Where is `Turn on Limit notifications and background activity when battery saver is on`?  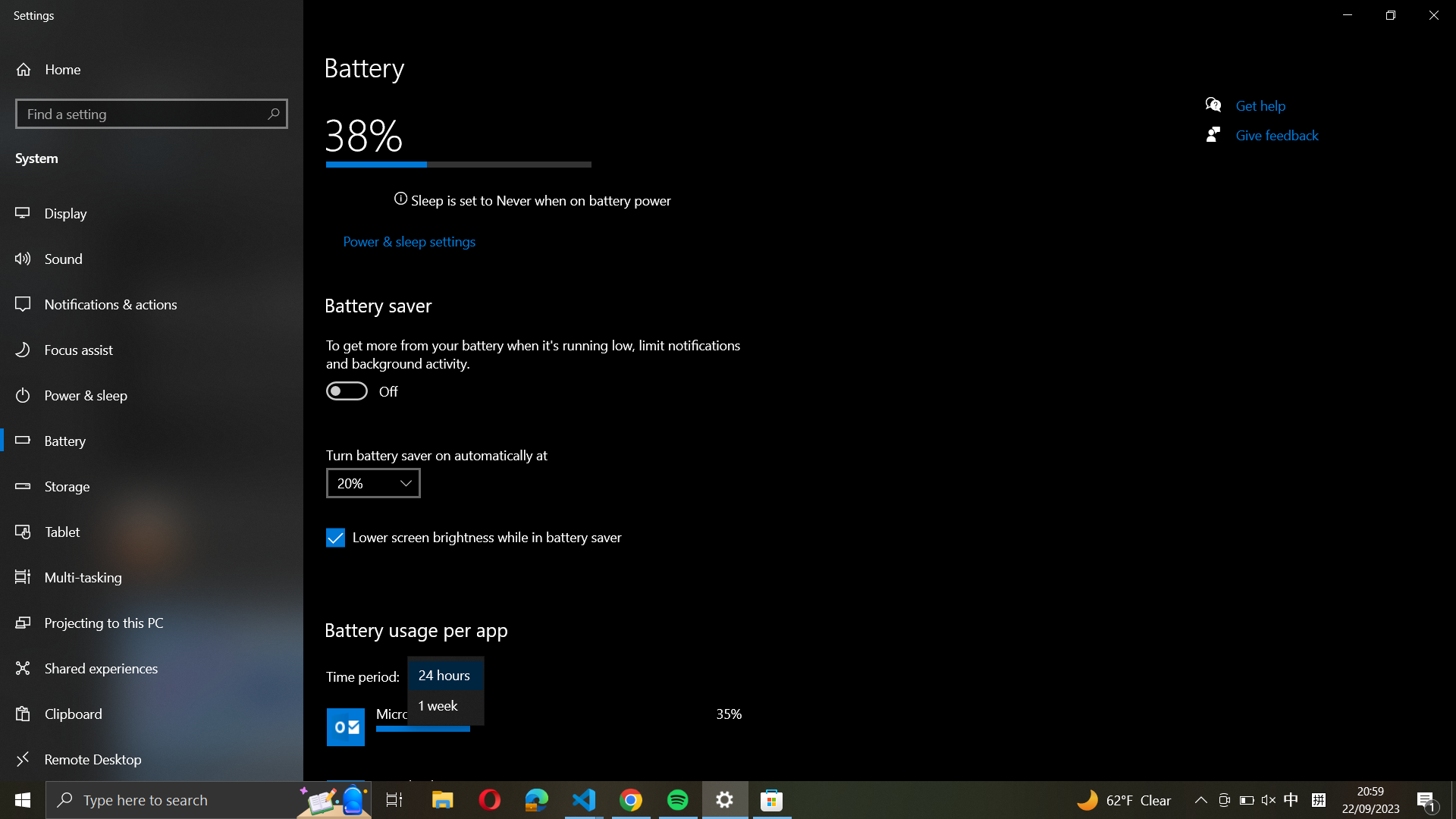
Turn on Limit notifications and background activity when battery saver is on is located at coordinates (345, 390).